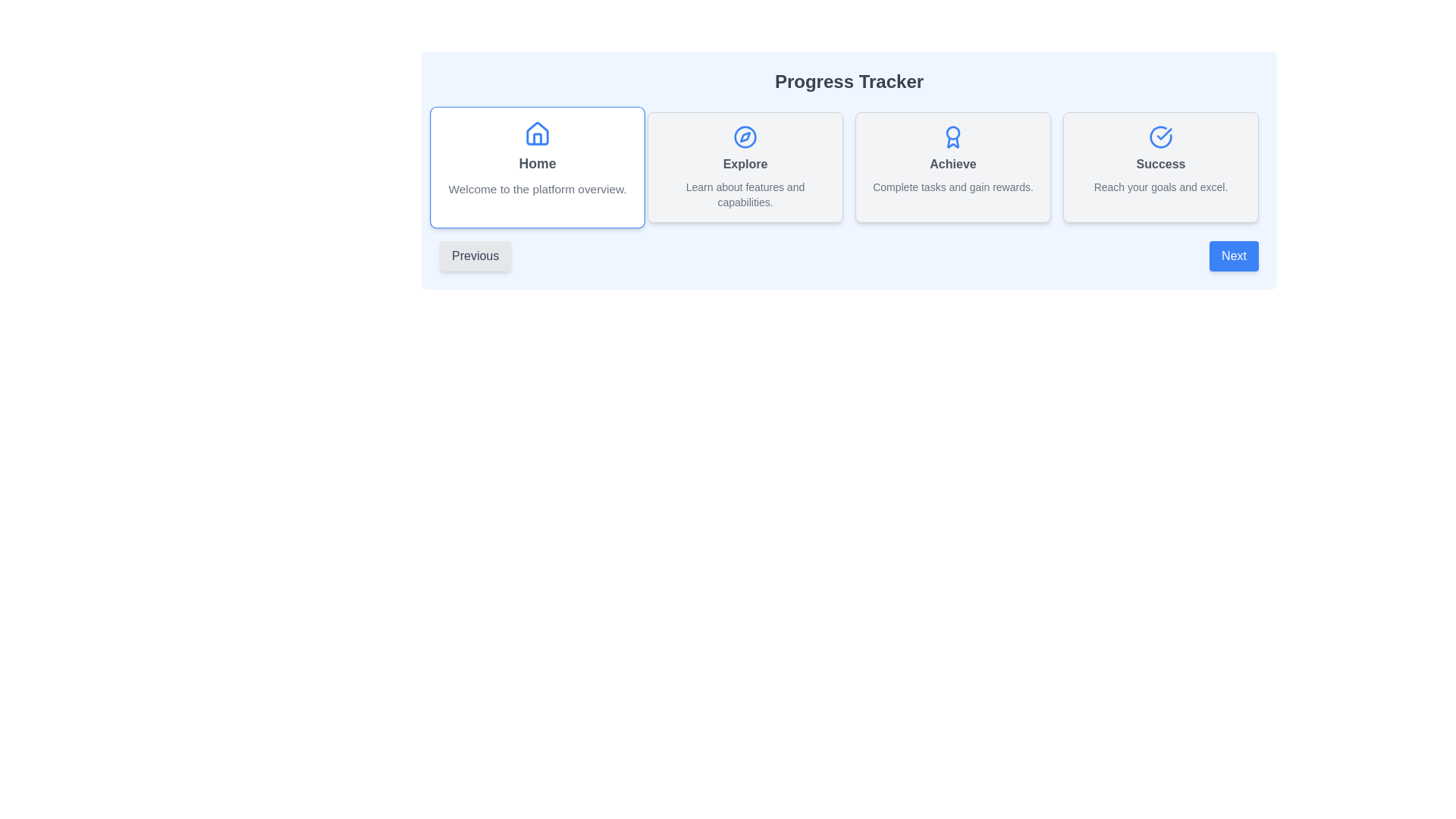  I want to click on the Text Label that serves as the title of the achievement section card, so click(952, 164).